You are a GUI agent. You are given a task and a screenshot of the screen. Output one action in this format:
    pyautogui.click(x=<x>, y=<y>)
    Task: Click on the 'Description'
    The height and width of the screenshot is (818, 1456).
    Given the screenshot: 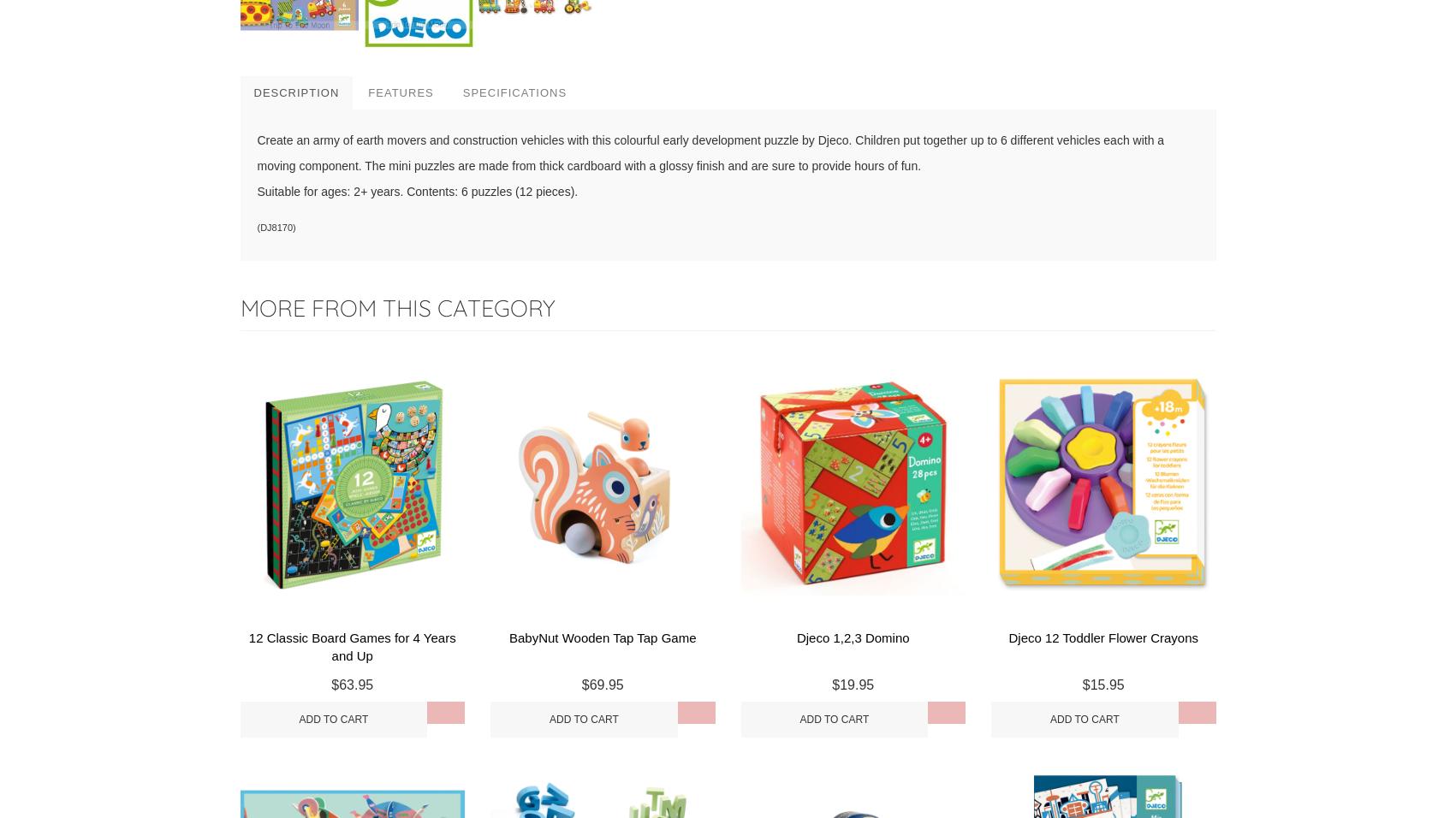 What is the action you would take?
    pyautogui.click(x=295, y=91)
    